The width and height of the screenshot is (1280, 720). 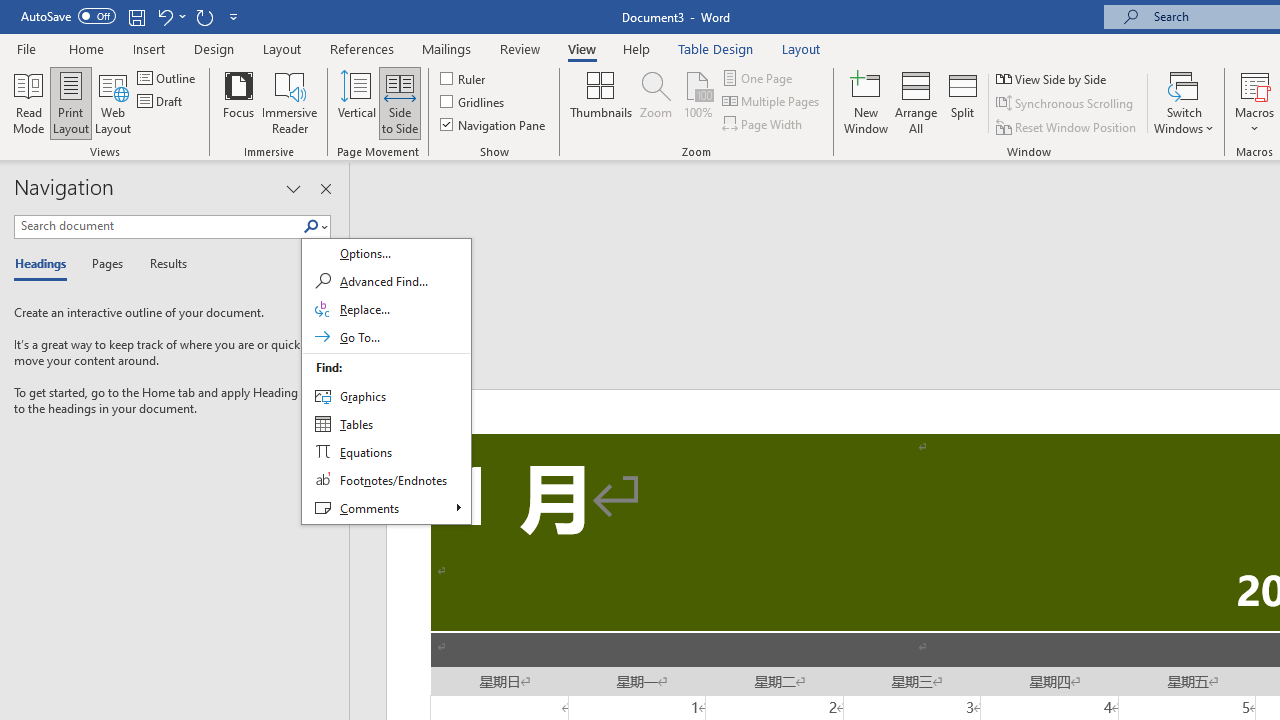 What do you see at coordinates (463, 77) in the screenshot?
I see `'Ruler'` at bounding box center [463, 77].